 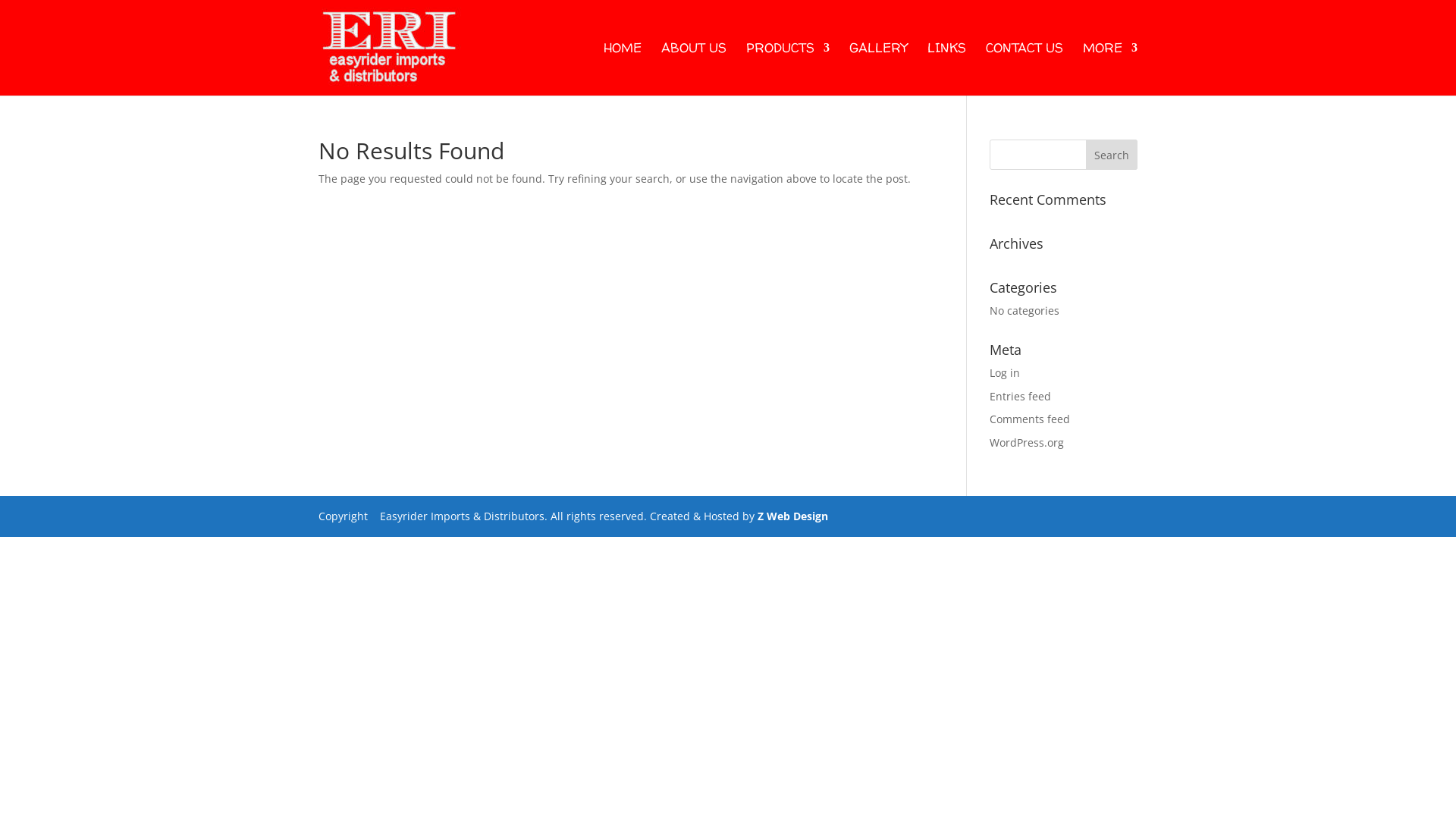 I want to click on 'ABOUT US', so click(x=693, y=69).